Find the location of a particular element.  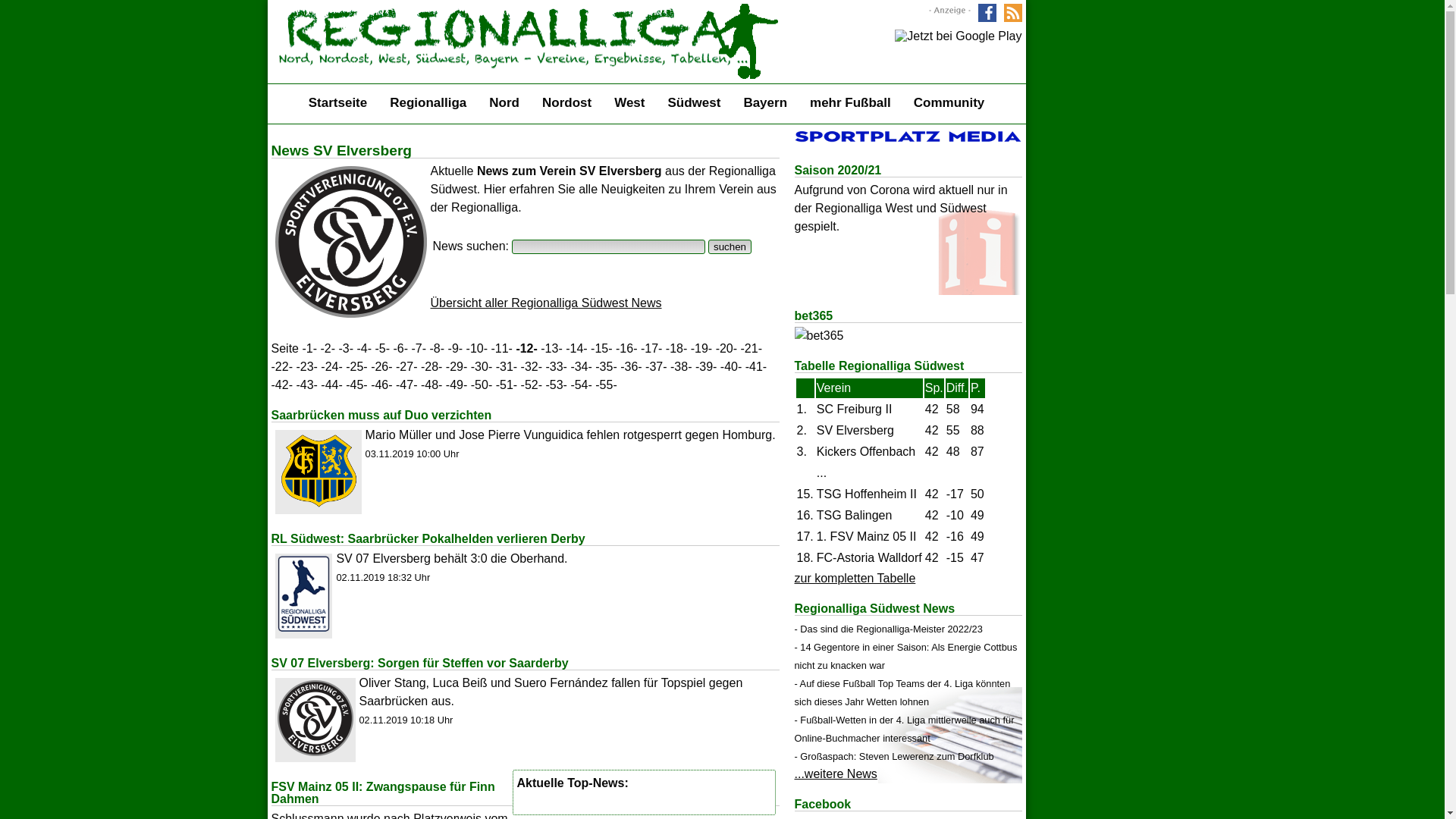

'-35-' is located at coordinates (604, 366).